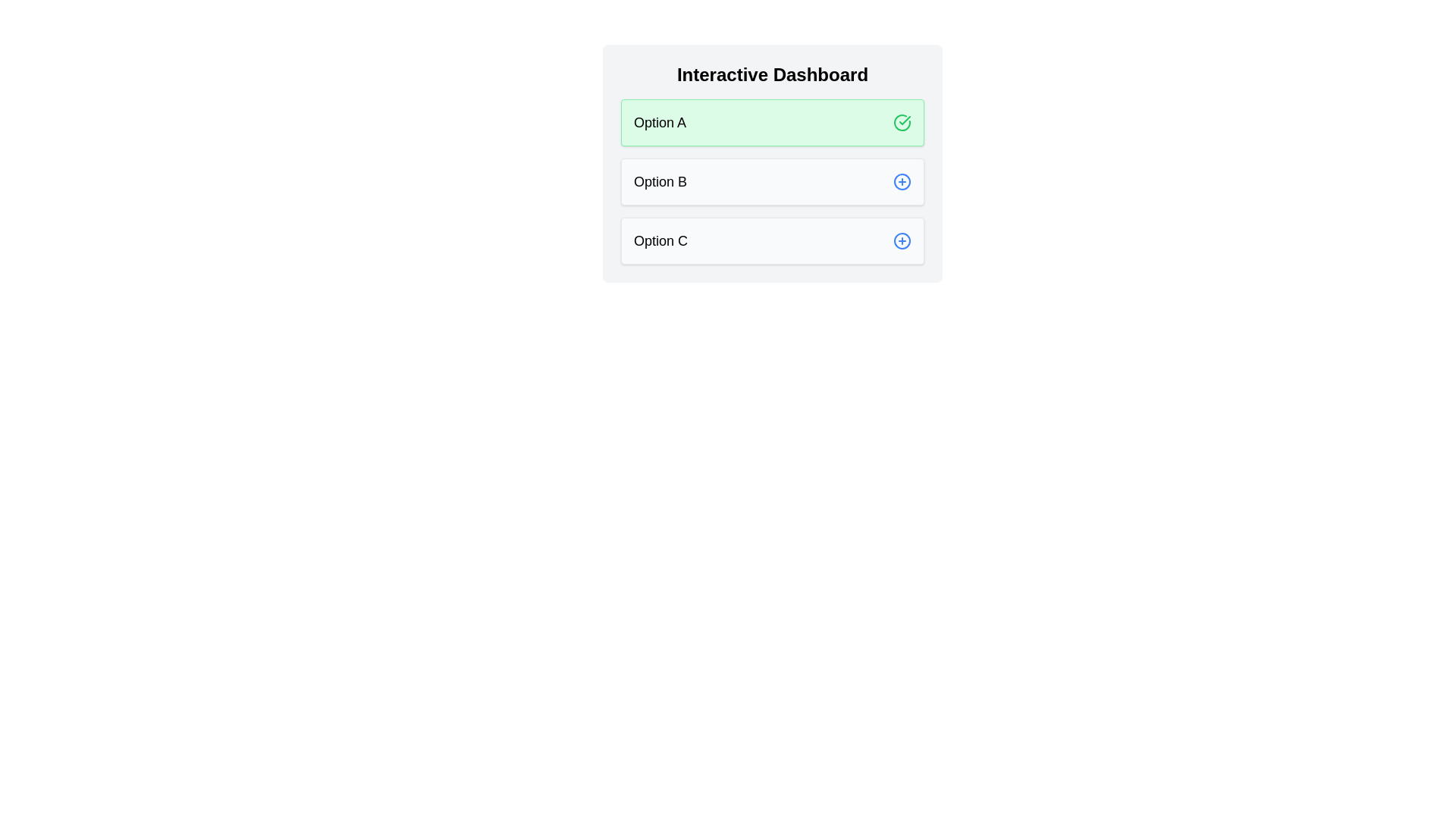 The image size is (1456, 819). Describe the element at coordinates (902, 240) in the screenshot. I see `the icon of chip Option C` at that location.